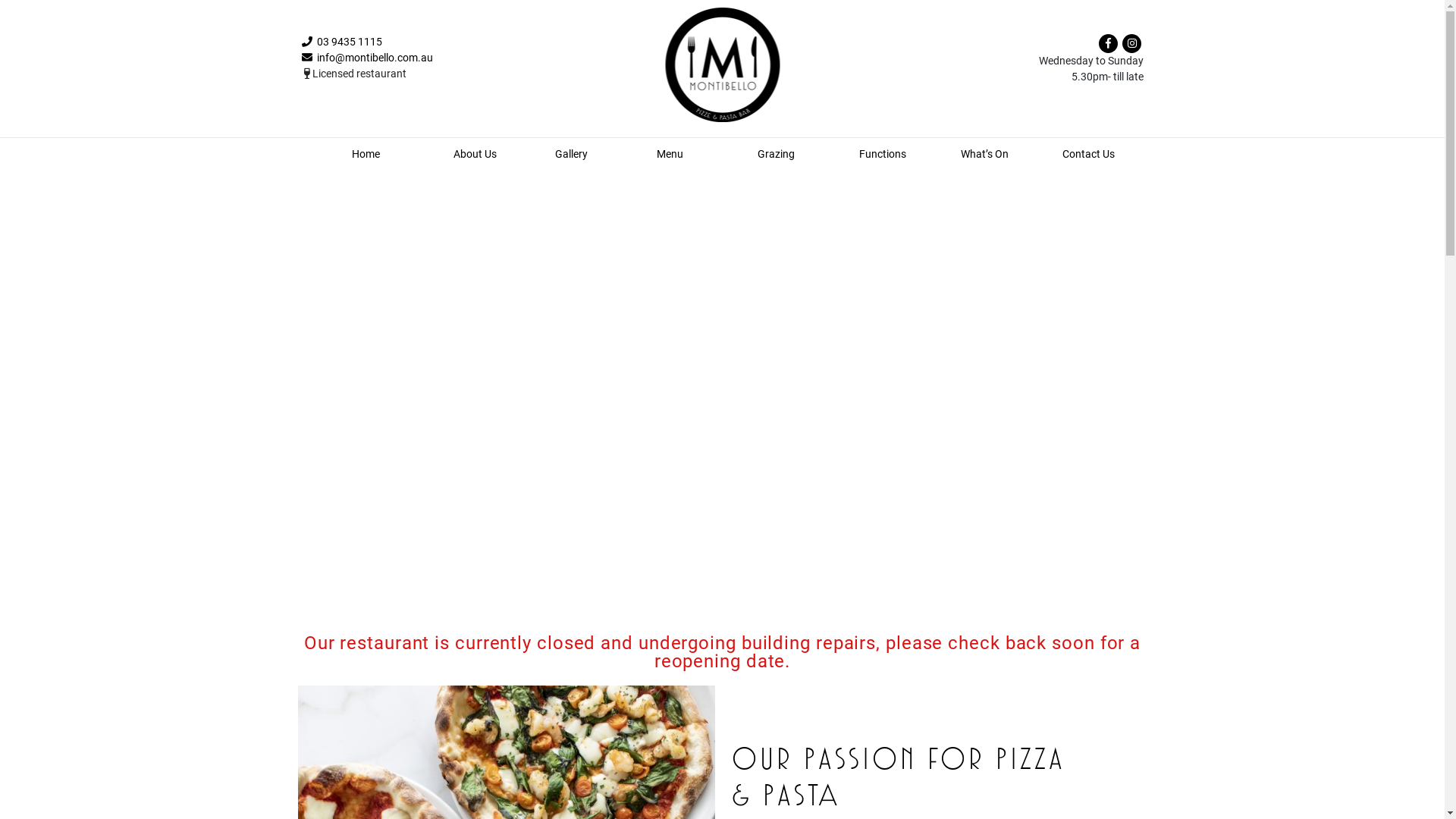 This screenshot has height=819, width=1456. Describe the element at coordinates (669, 154) in the screenshot. I see `'Menu'` at that location.